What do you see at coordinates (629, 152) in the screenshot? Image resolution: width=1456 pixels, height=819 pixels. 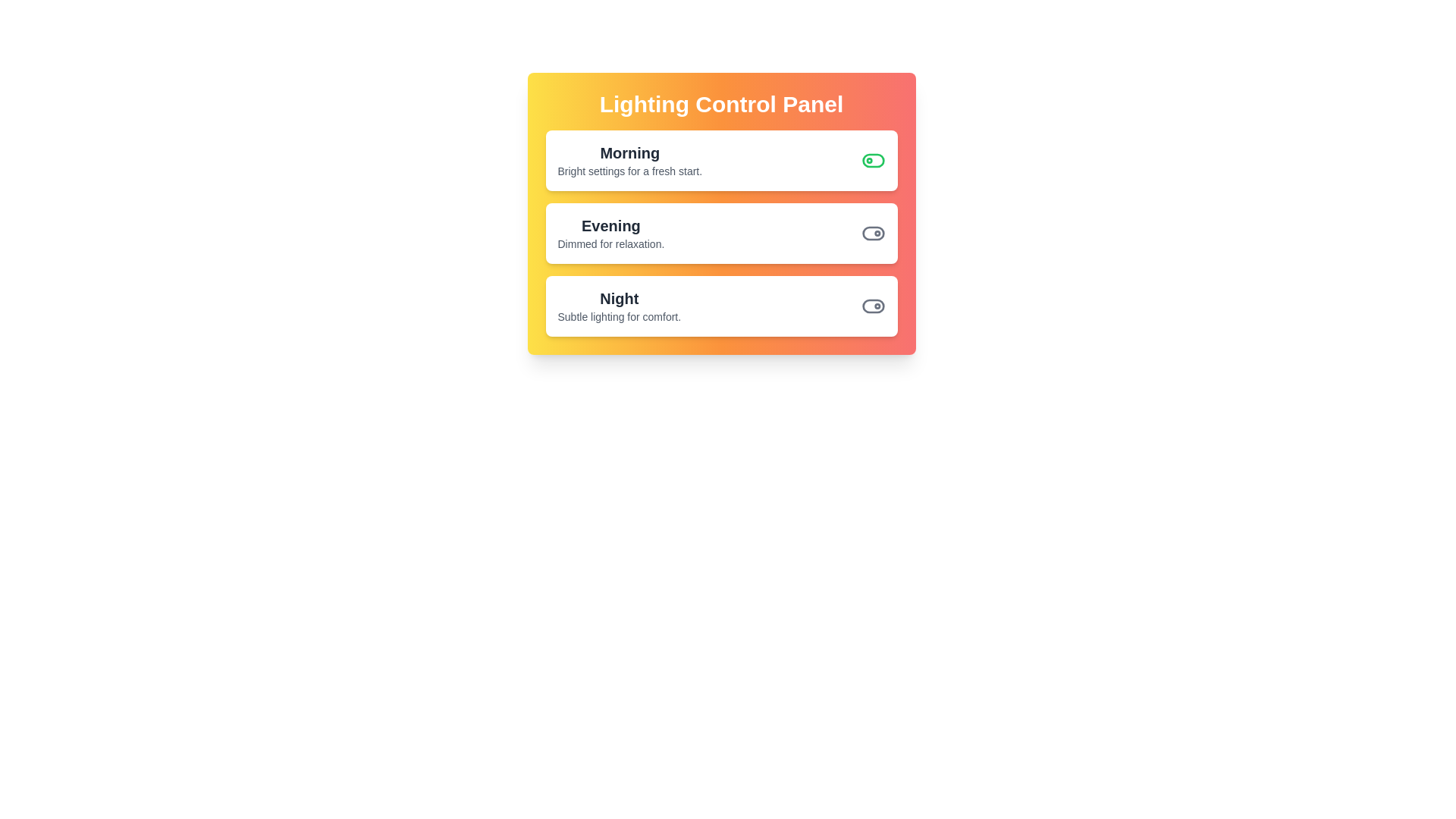 I see `the Morning scene's name or description` at bounding box center [629, 152].